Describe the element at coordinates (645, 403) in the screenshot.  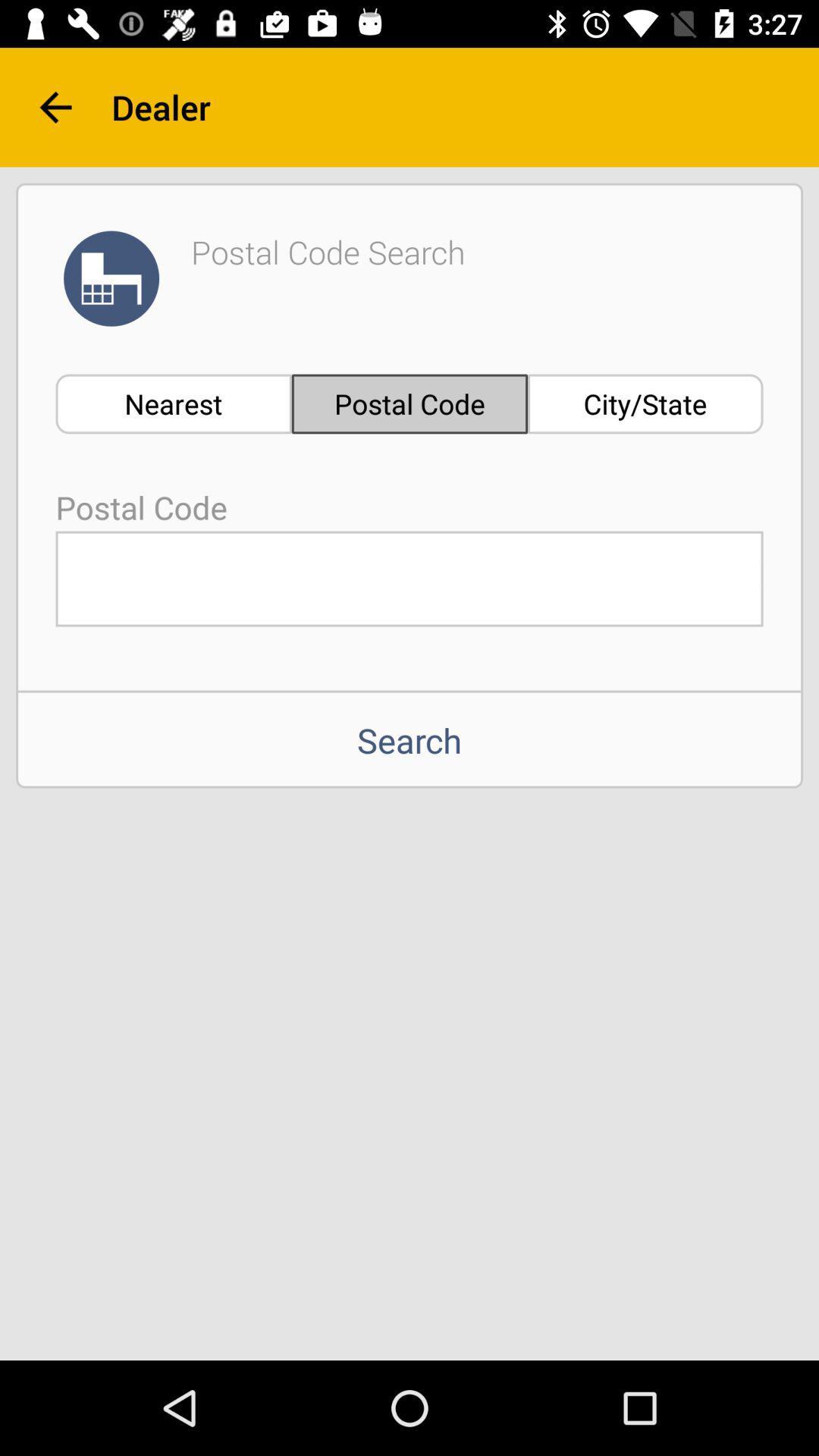
I see `item below dealer item` at that location.